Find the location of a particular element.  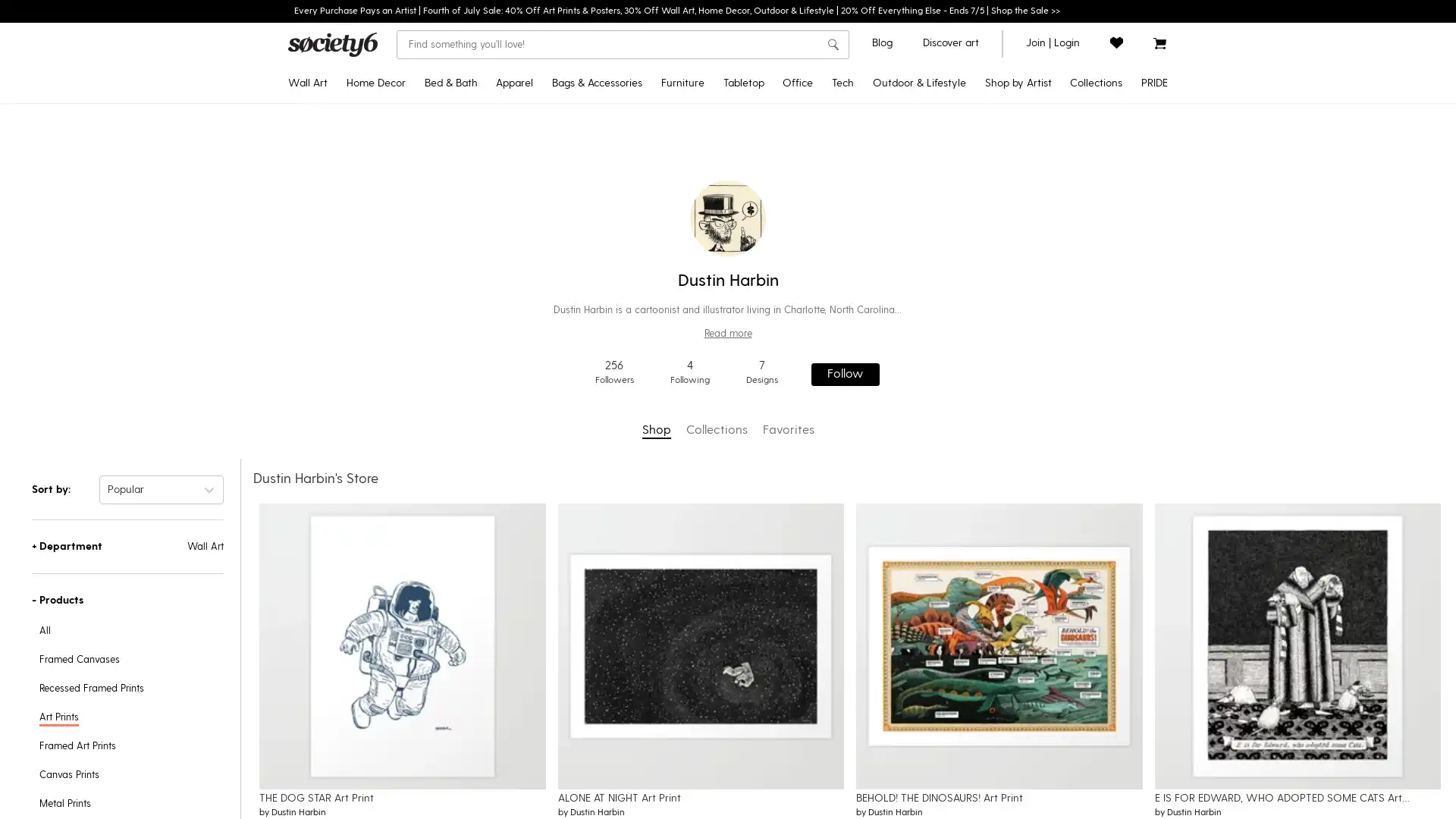

Framed Mini Art Prints is located at coordinates (356, 415).